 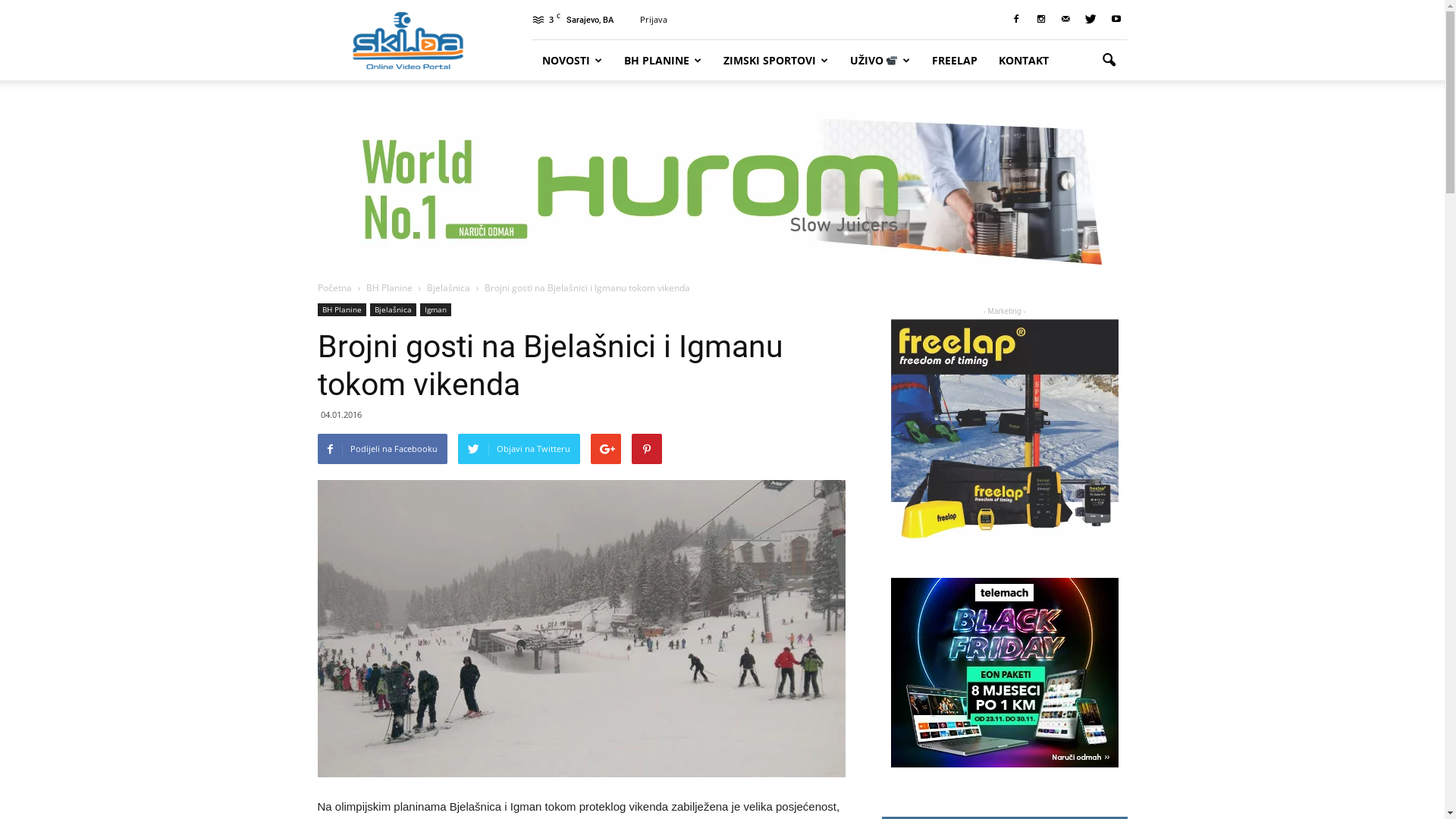 I want to click on 'Twitter', so click(x=1079, y=20).